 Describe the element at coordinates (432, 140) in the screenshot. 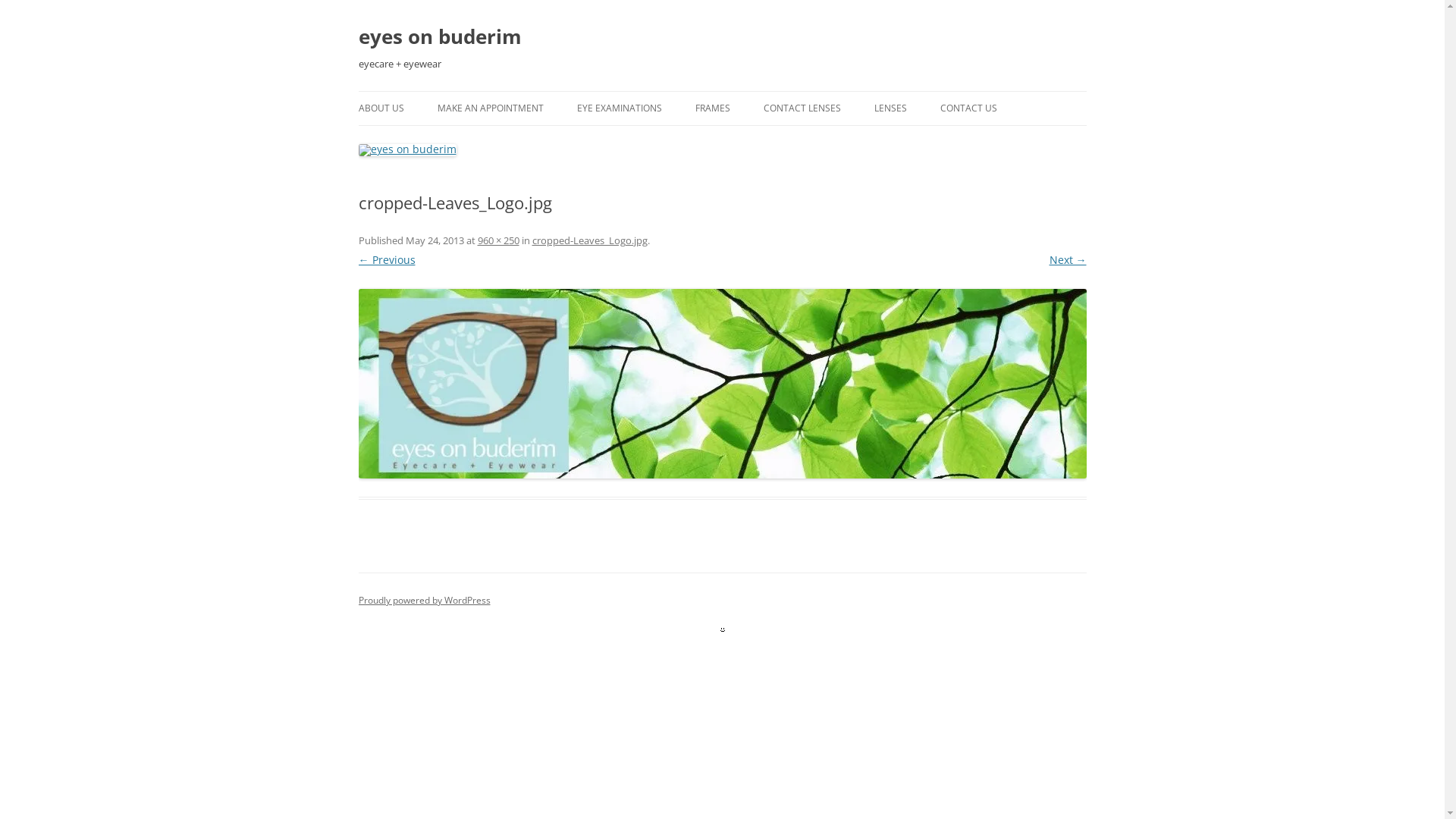

I see `'PAYMENT DETAILS'` at that location.